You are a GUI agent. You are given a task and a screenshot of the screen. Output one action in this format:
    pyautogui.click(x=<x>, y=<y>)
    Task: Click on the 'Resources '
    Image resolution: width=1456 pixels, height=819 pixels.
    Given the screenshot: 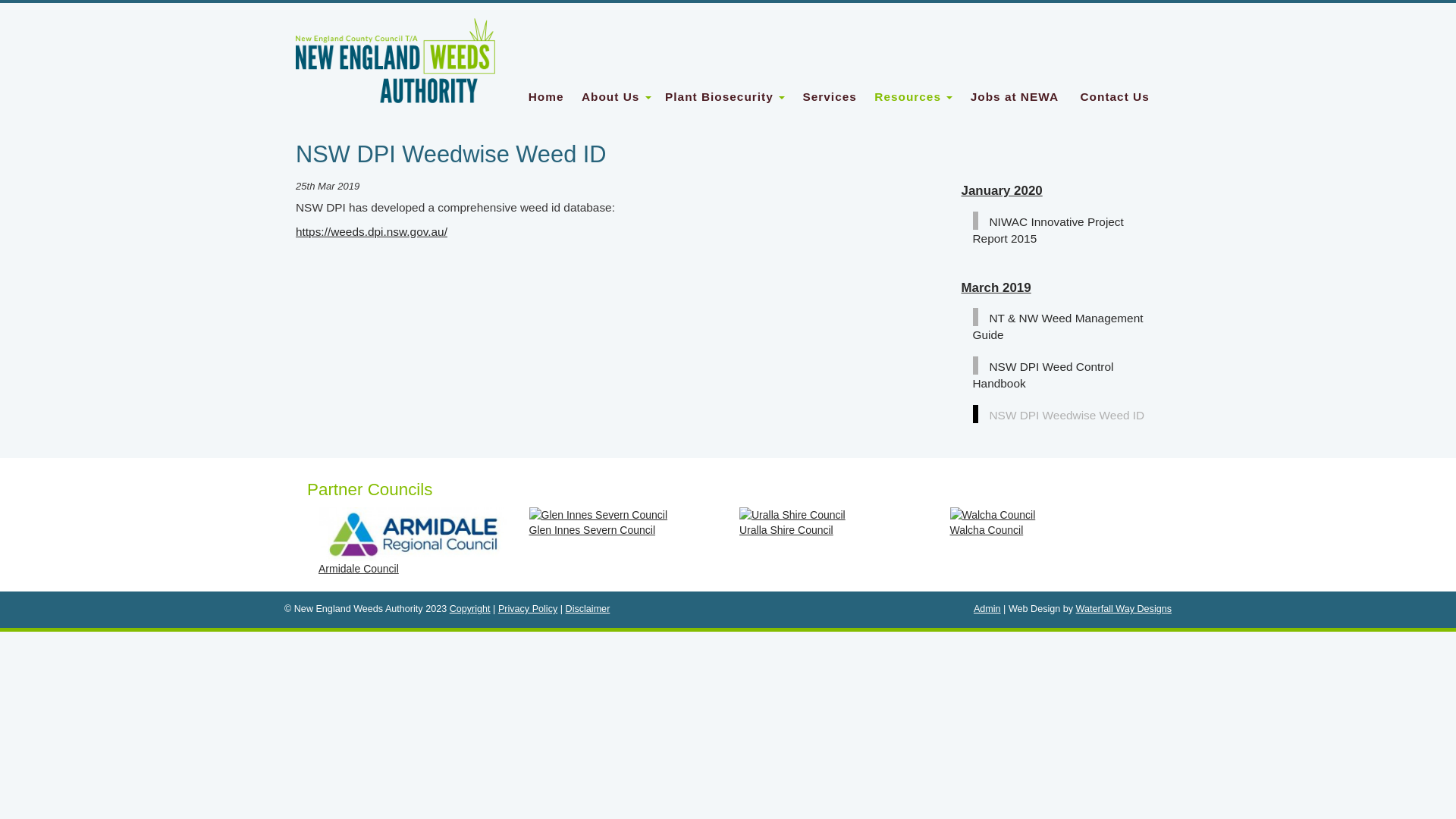 What is the action you would take?
    pyautogui.click(x=912, y=96)
    